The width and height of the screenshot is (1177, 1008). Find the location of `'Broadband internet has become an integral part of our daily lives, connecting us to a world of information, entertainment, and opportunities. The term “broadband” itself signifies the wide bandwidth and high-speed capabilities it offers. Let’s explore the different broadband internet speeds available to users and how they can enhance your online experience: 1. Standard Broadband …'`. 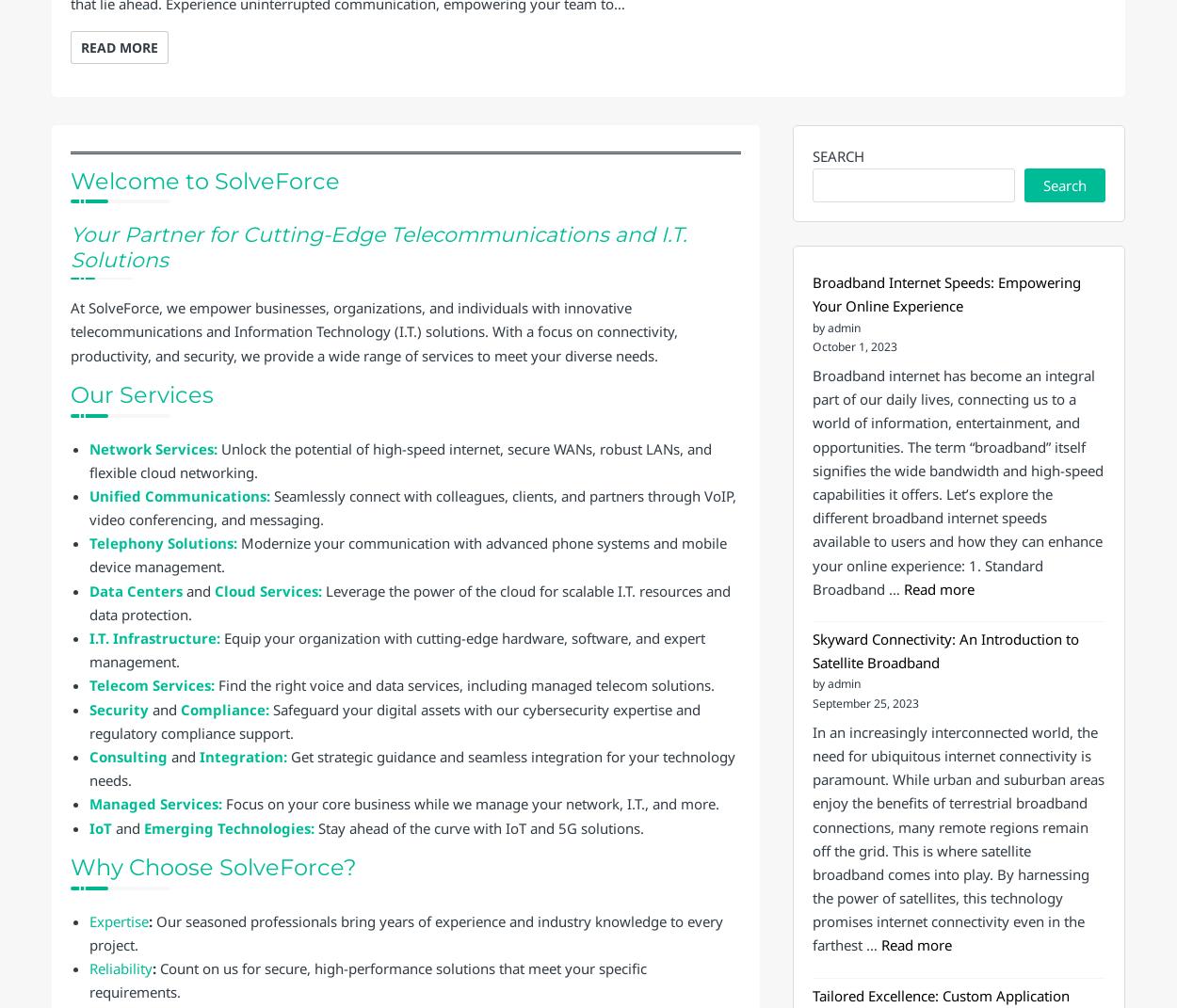

'Broadband internet has become an integral part of our daily lives, connecting us to a world of information, entertainment, and opportunities. The term “broadband” itself signifies the wide bandwidth and high-speed capabilities it offers. Let’s explore the different broadband internet speeds available to users and how they can enhance your online experience: 1. Standard Broadband …' is located at coordinates (811, 481).